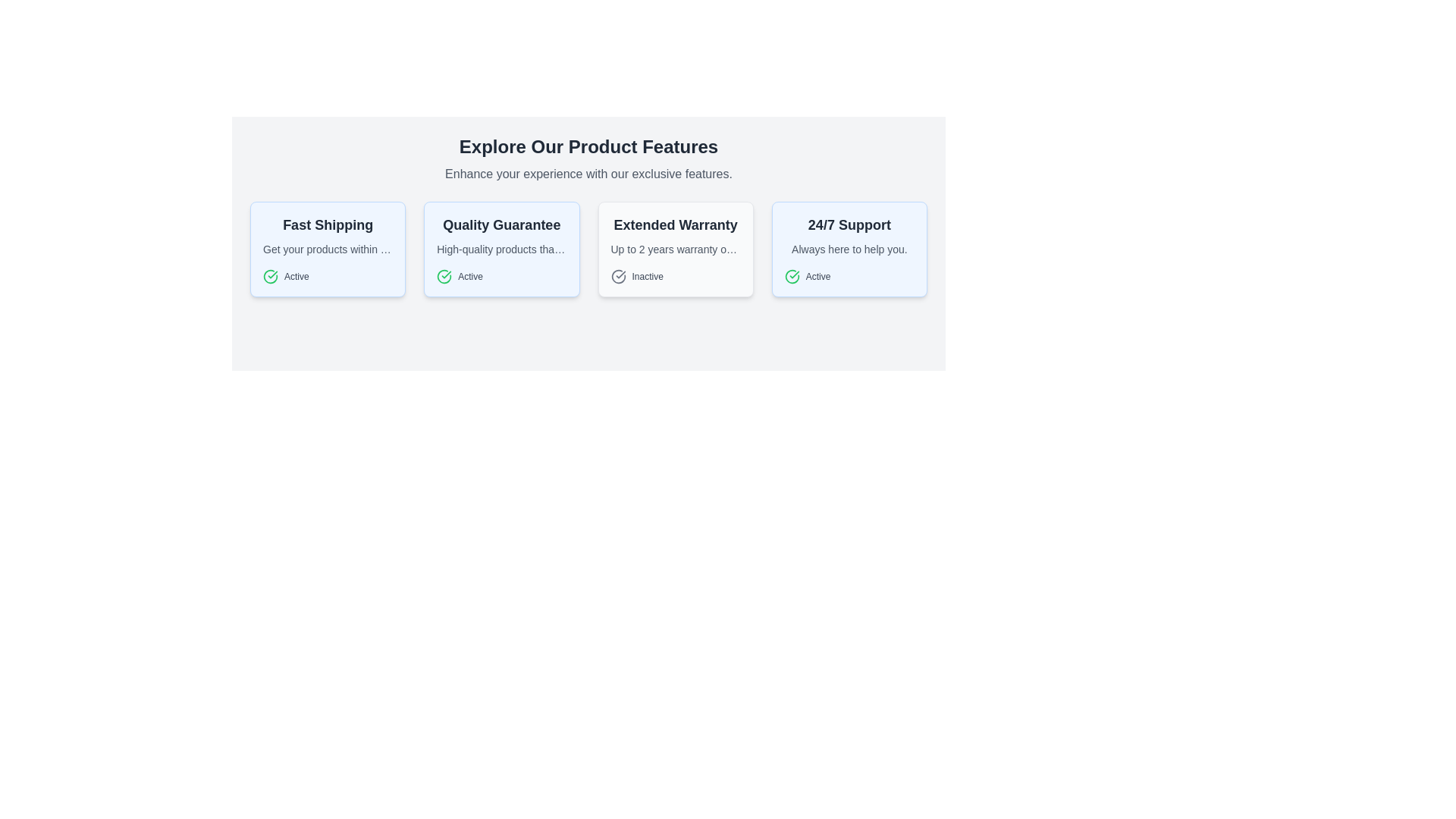 Image resolution: width=1456 pixels, height=819 pixels. Describe the element at coordinates (327, 248) in the screenshot. I see `the Text Label that reads 'Get your products within 2-3 business days.' which is located below the title 'Fast Shipping' in the card layout` at that location.